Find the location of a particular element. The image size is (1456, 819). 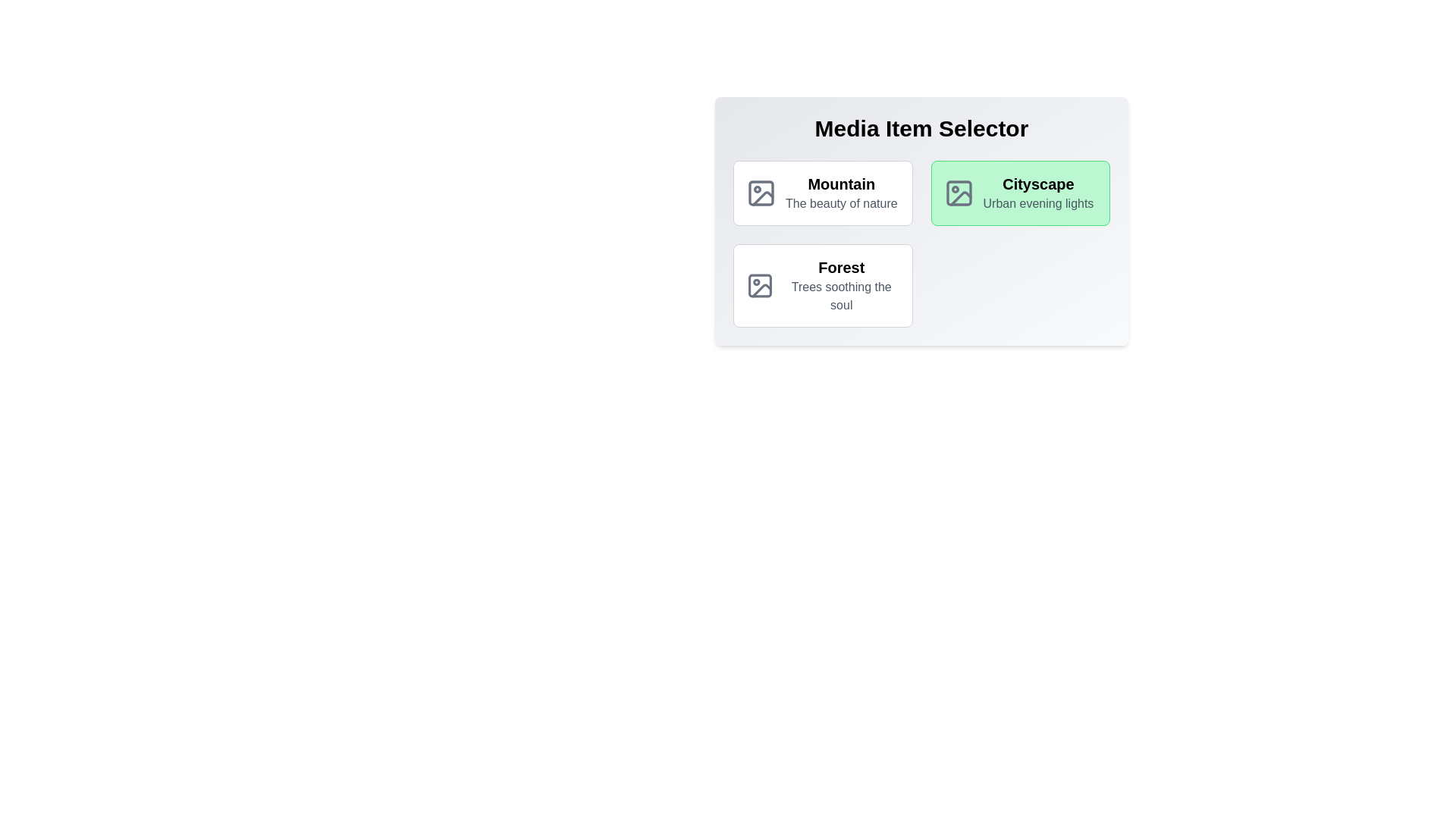

the media item Forest to observe the scaling effect is located at coordinates (822, 286).